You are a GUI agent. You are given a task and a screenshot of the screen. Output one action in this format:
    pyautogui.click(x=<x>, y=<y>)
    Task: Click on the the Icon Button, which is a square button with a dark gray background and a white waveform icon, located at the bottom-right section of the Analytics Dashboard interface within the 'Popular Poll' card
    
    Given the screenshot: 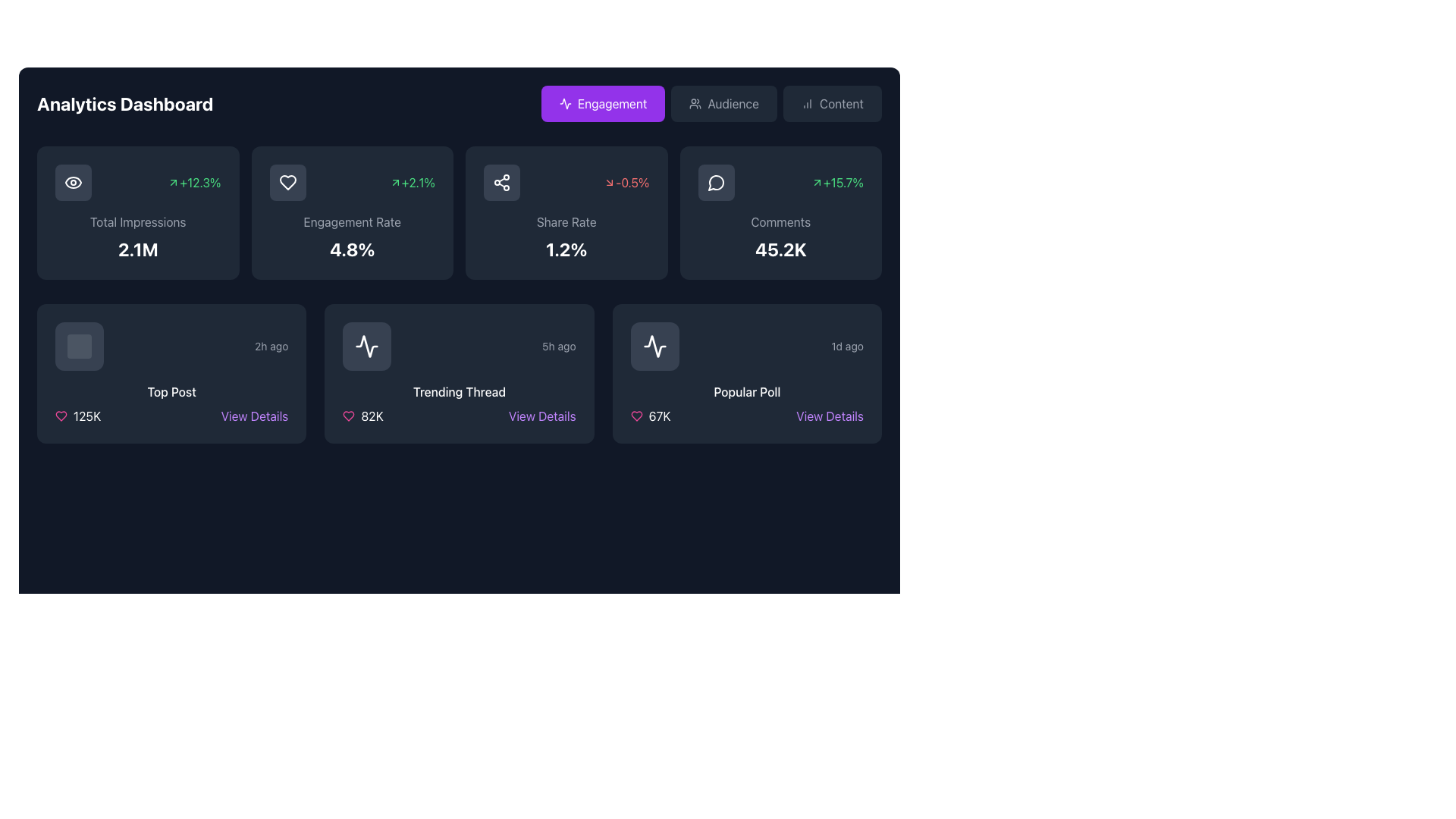 What is the action you would take?
    pyautogui.click(x=654, y=346)
    